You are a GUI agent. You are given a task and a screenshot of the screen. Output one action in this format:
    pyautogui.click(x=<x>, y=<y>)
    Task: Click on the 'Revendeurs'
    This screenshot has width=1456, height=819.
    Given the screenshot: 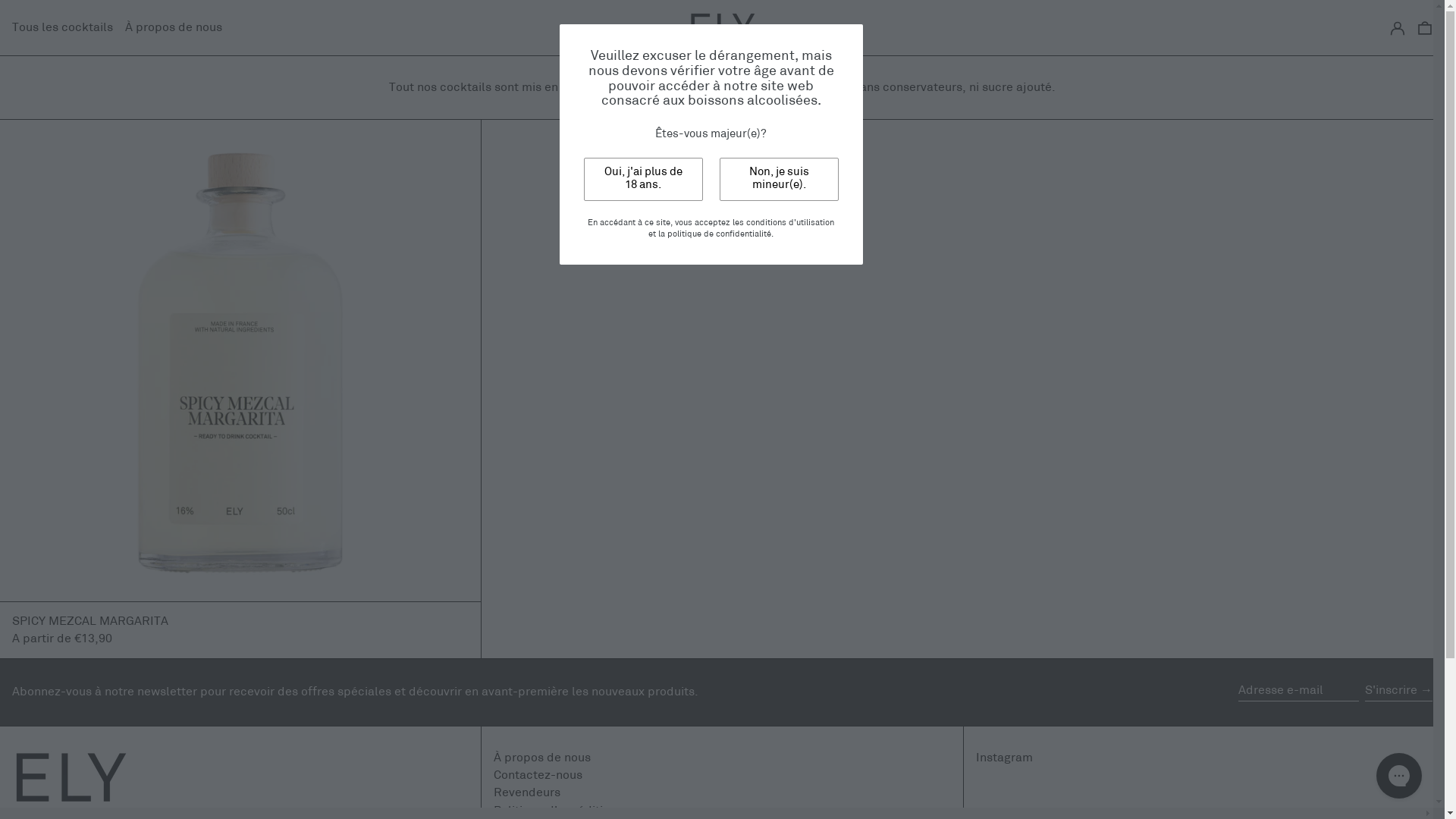 What is the action you would take?
    pyautogui.click(x=527, y=792)
    